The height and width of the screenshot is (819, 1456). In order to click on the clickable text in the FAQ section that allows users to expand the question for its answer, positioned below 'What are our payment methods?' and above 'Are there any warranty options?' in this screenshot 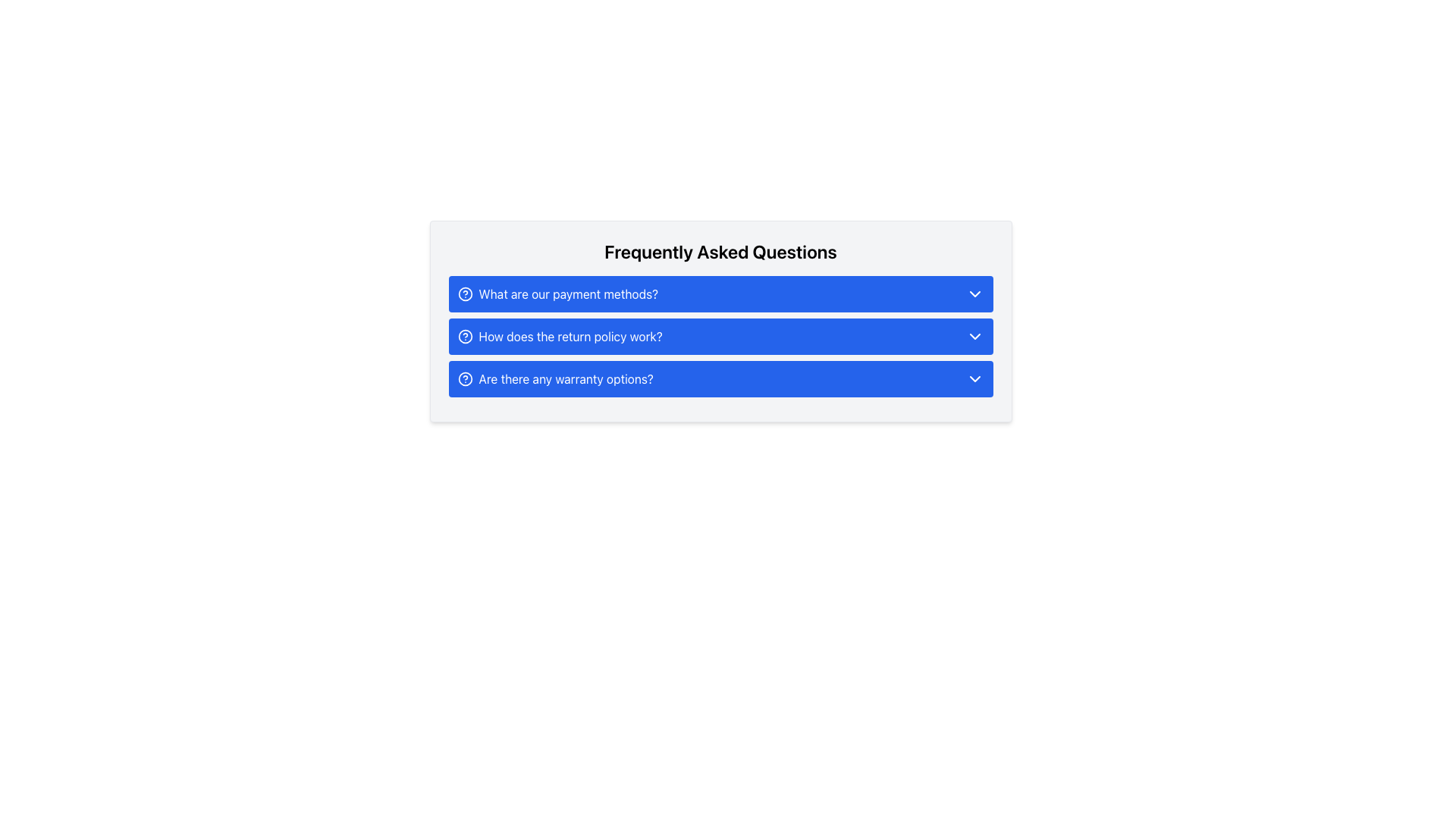, I will do `click(559, 335)`.